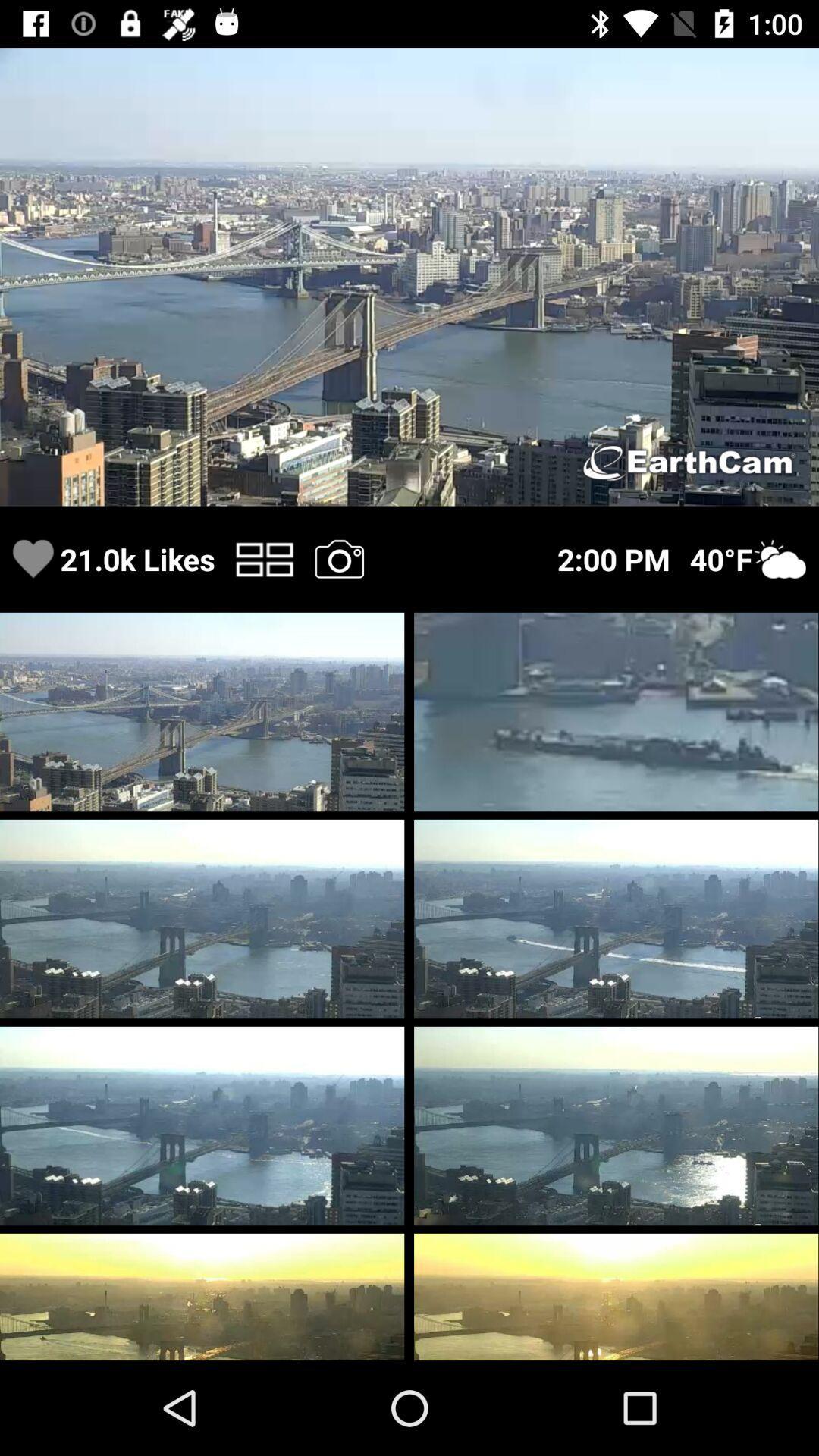  What do you see at coordinates (338, 558) in the screenshot?
I see `the camera symbol at the bottom of the first image` at bounding box center [338, 558].